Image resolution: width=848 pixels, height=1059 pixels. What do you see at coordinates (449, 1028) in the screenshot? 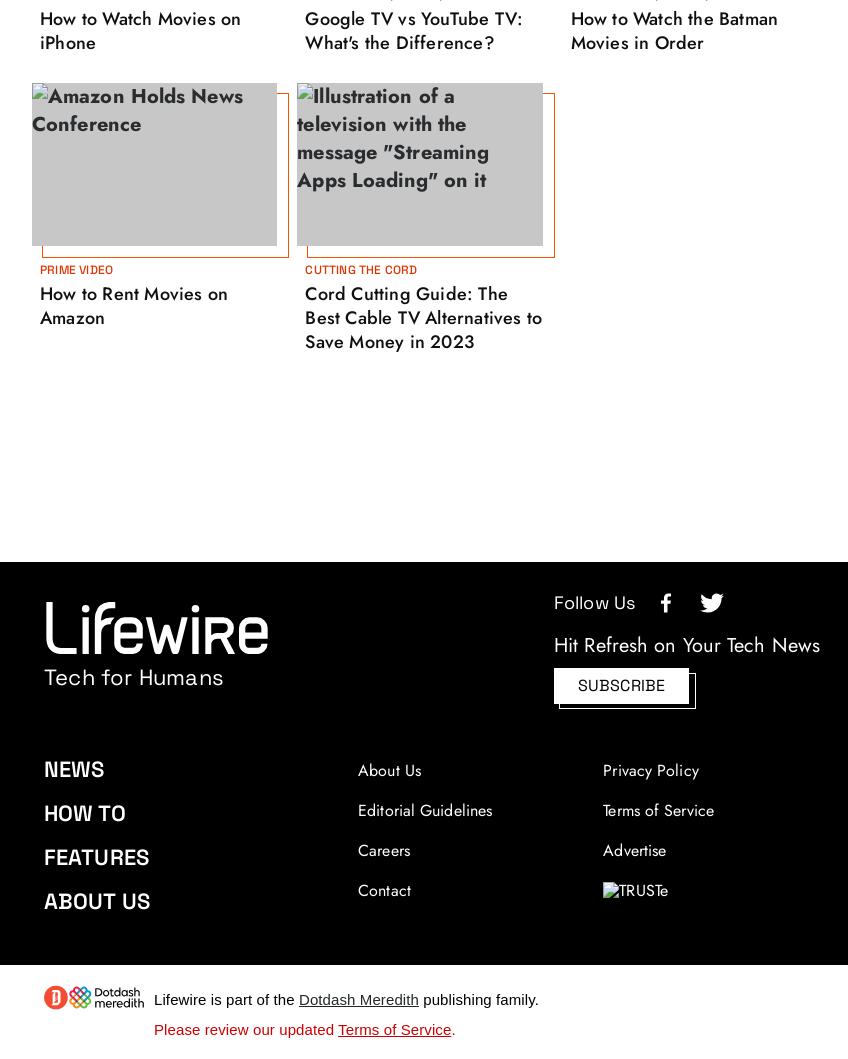
I see `'.'` at bounding box center [449, 1028].